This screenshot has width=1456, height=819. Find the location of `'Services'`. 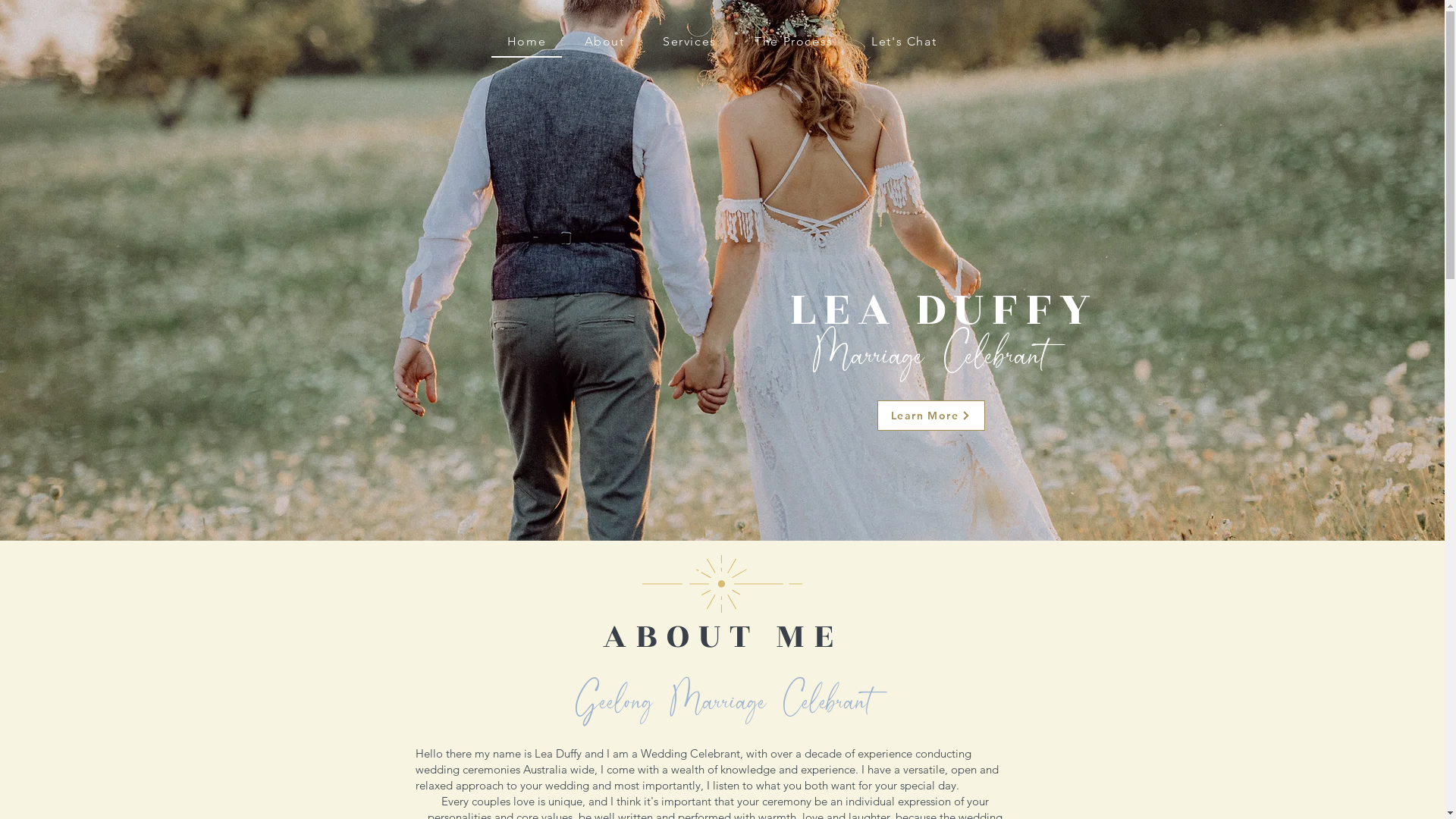

'Services' is located at coordinates (647, 40).